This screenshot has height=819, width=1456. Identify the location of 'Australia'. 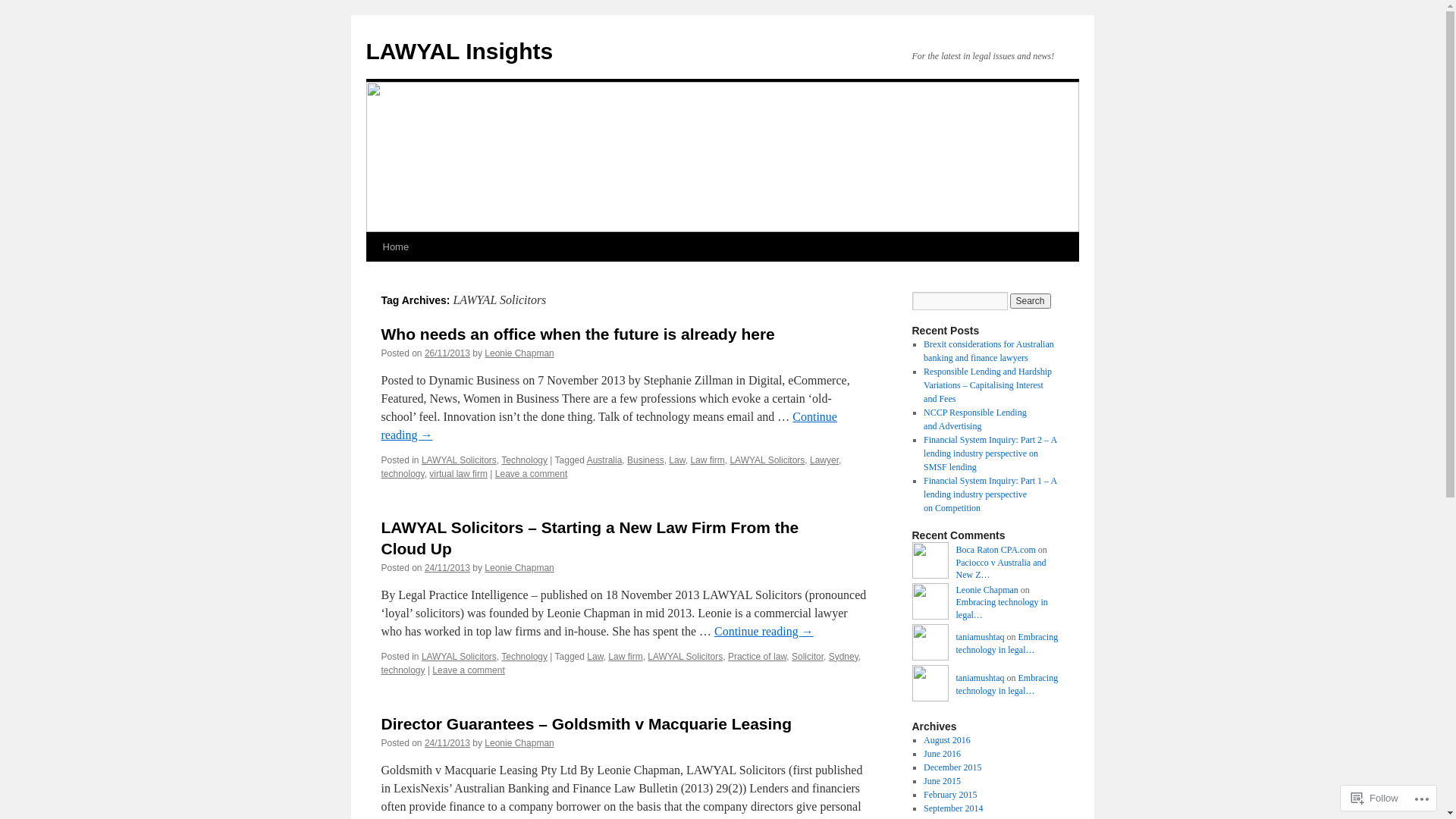
(585, 459).